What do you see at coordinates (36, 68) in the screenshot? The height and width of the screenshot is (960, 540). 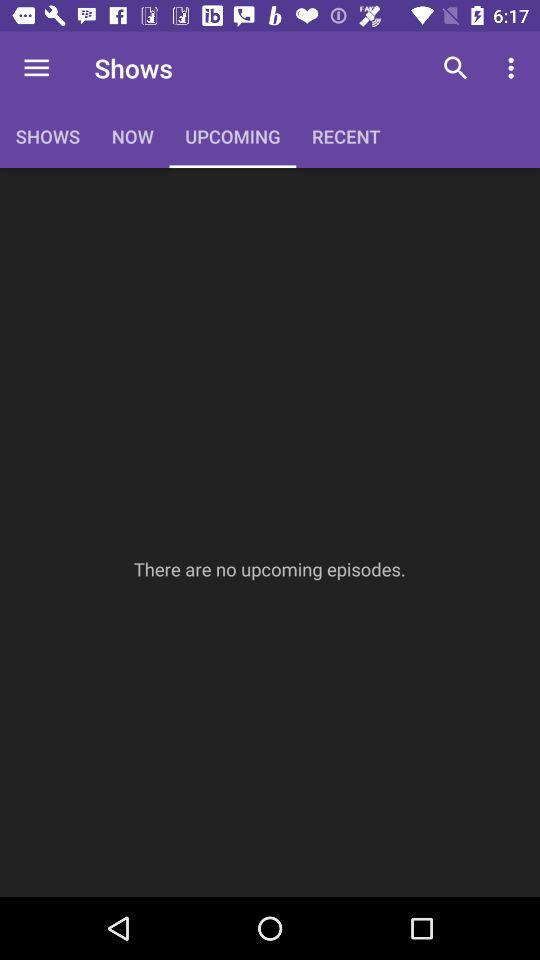 I see `the icon to the left of the shows item` at bounding box center [36, 68].